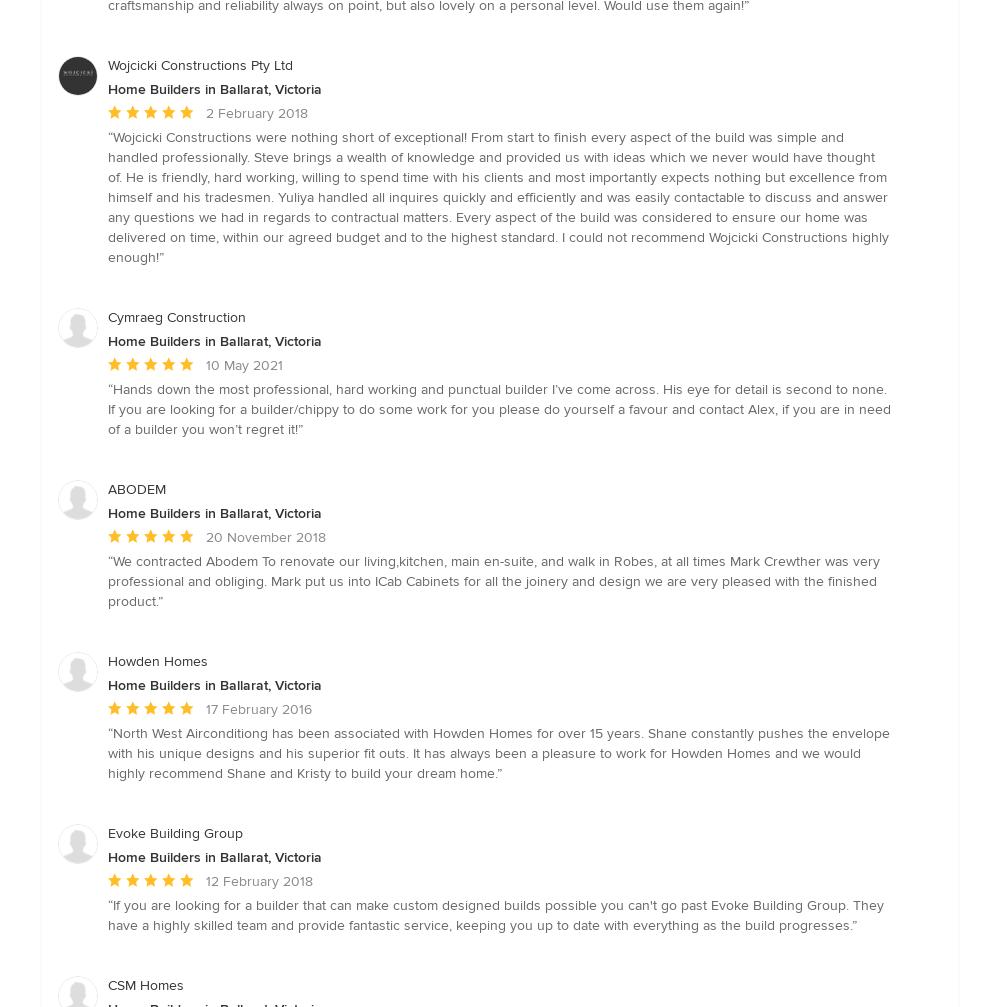 Image resolution: width=1000 pixels, height=1007 pixels. Describe the element at coordinates (498, 408) in the screenshot. I see `'Hands down the most professional, hard working and punctual builder I’ve come across. His eye for detail is second to none. If you are looking for a builder/chippy to do some work for you please do yourself a favour and contact Alex, if you are in need of a builder you won’t regret it!'` at that location.